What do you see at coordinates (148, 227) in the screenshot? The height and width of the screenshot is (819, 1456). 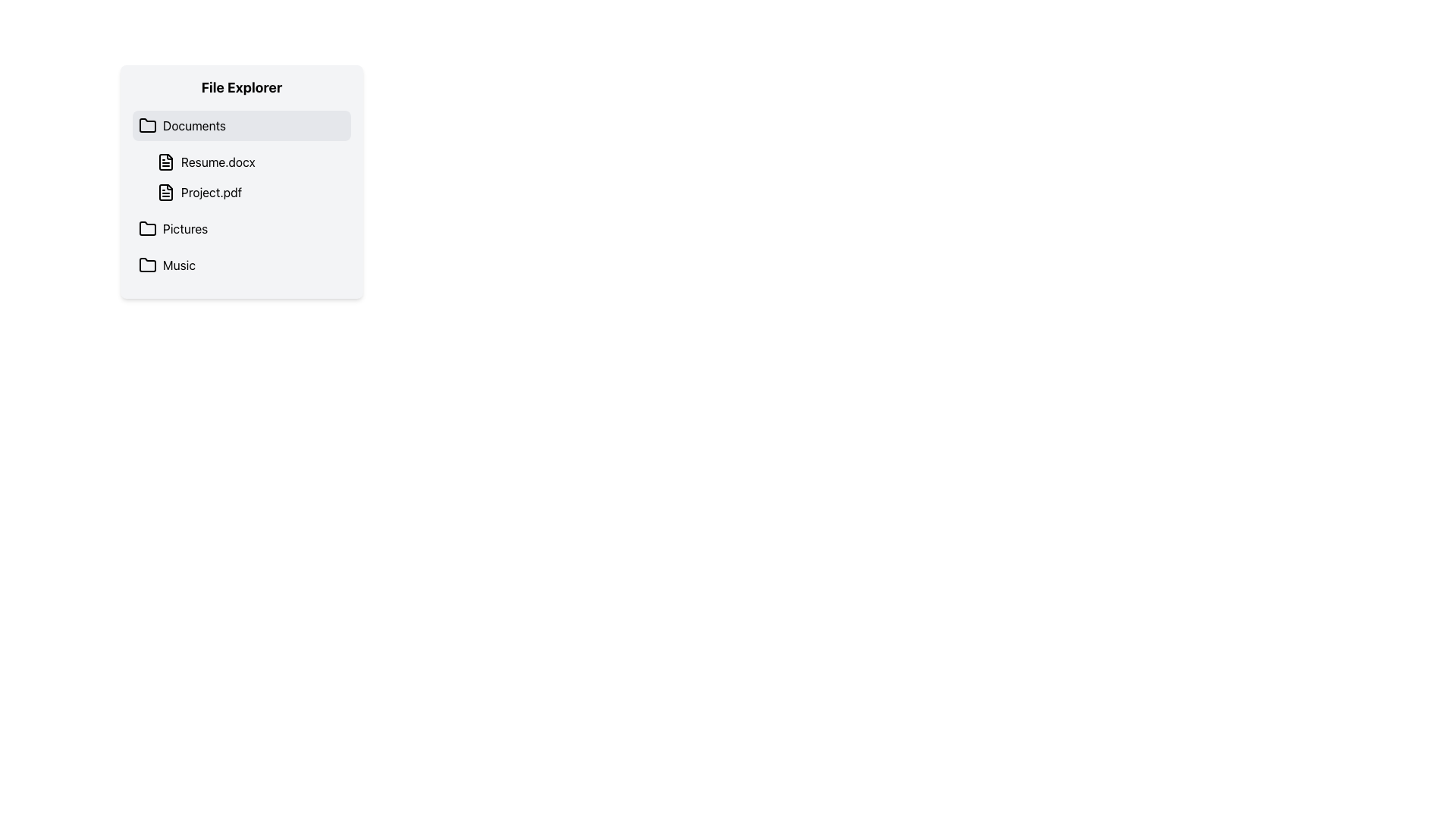 I see `the Folder Icon representing the 'Pictures' folder, which is located to the left of the 'Pictures' label in the File Explorer vertical list` at bounding box center [148, 227].